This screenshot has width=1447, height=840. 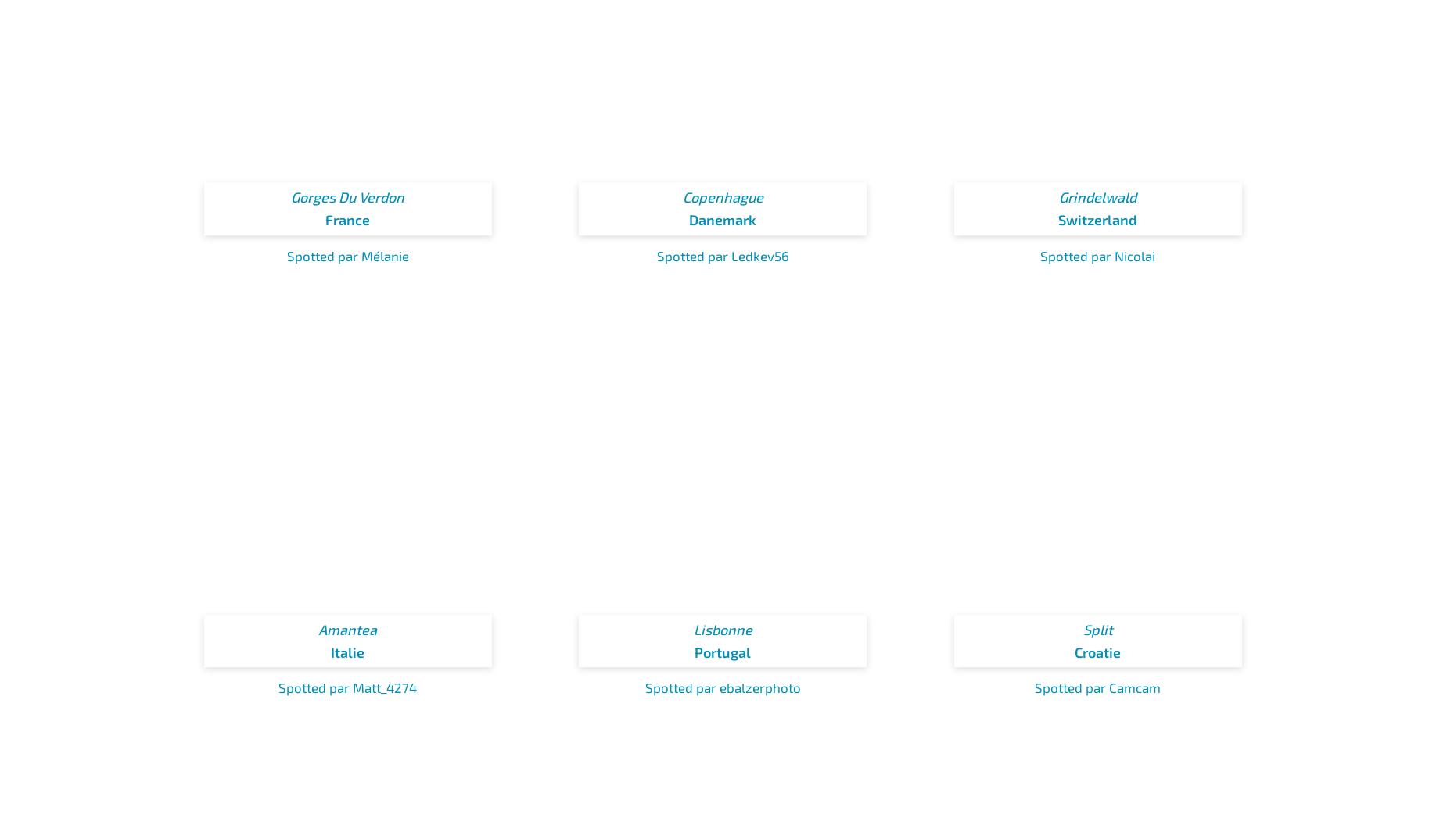 I want to click on 'Danemark', so click(x=723, y=219).